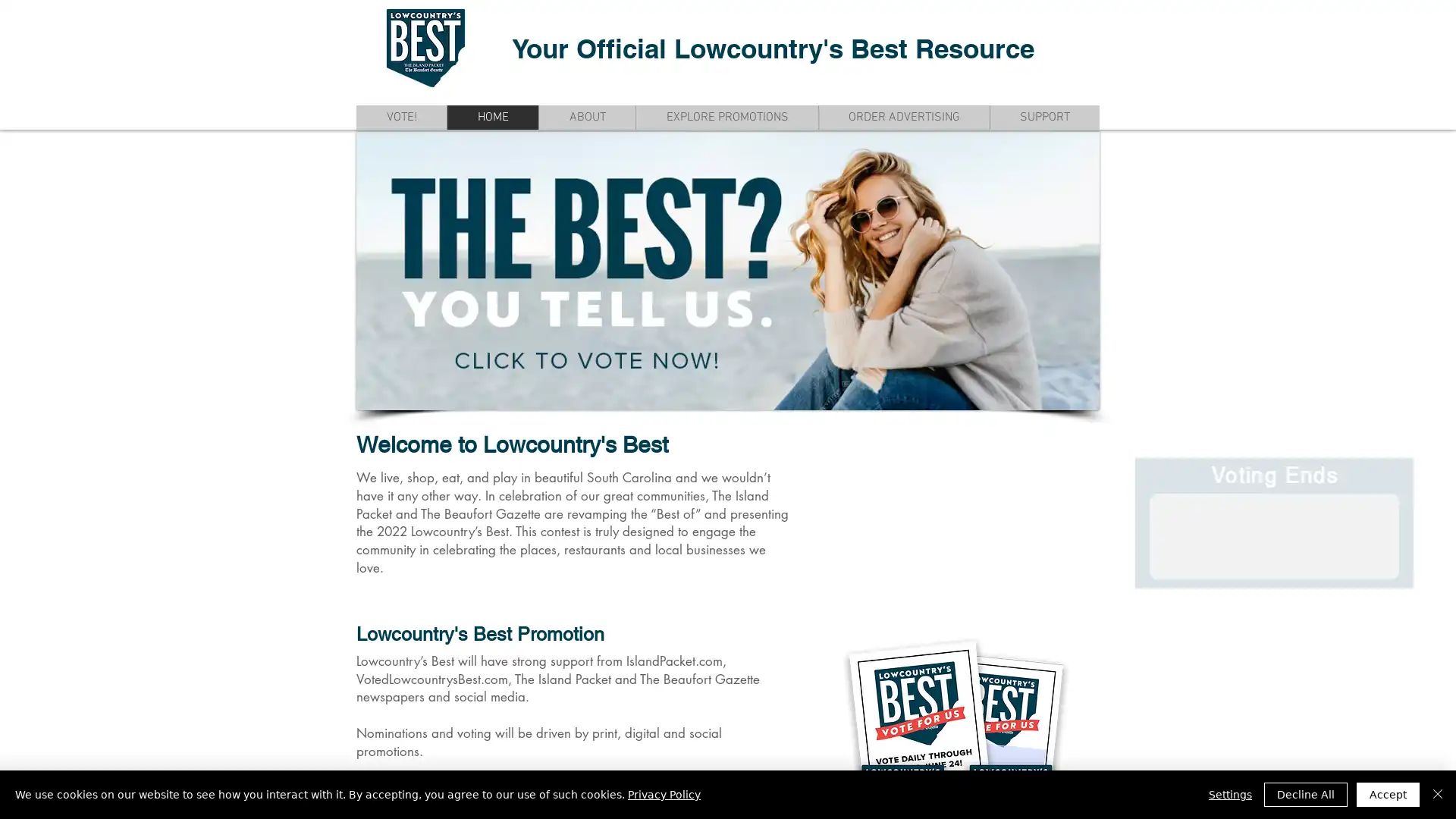  Describe the element at coordinates (1437, 794) in the screenshot. I see `Close` at that location.